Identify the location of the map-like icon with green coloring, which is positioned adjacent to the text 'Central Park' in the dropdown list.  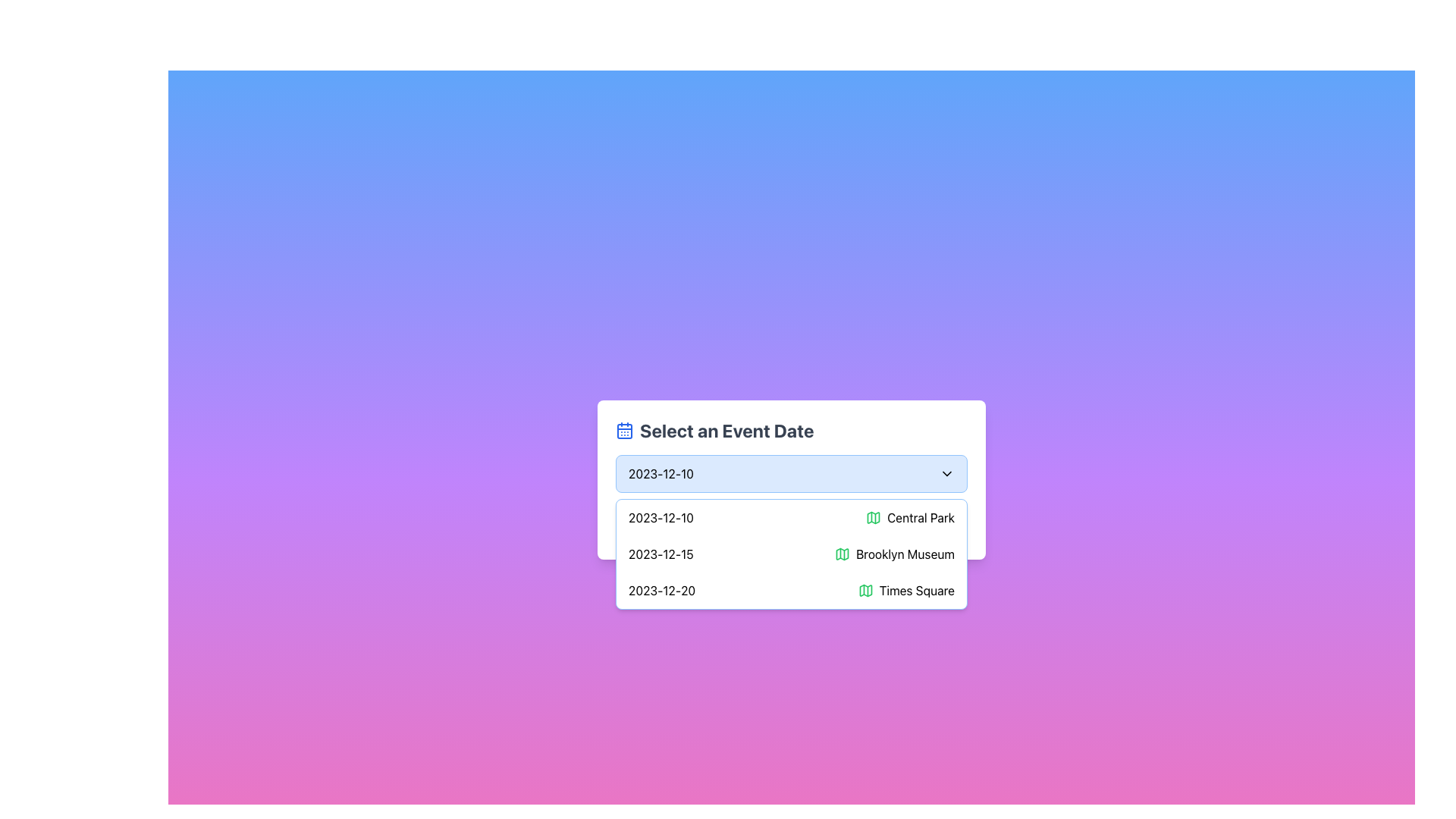
(865, 590).